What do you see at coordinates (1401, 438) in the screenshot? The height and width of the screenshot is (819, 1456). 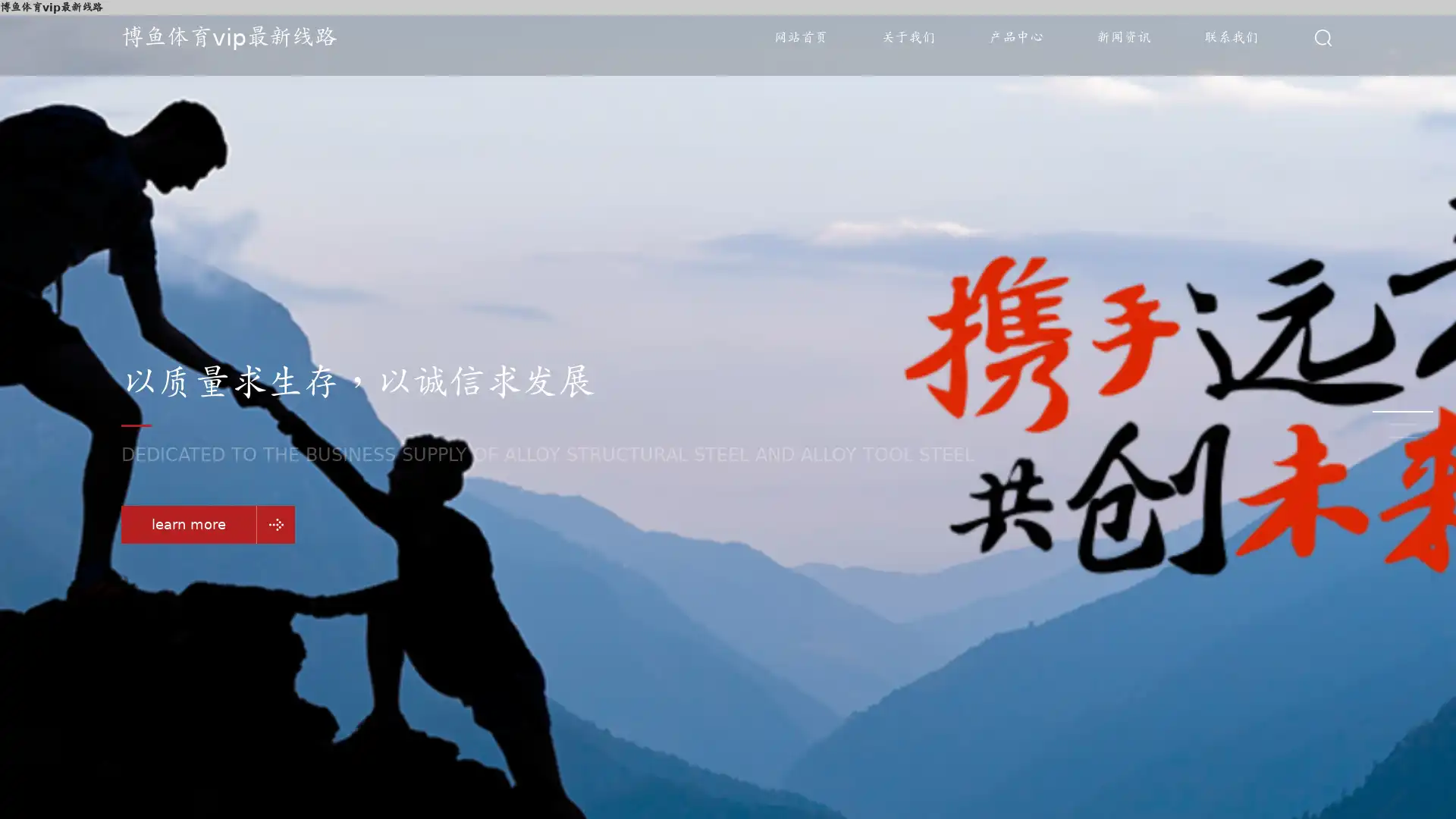 I see `Go to slide 3` at bounding box center [1401, 438].